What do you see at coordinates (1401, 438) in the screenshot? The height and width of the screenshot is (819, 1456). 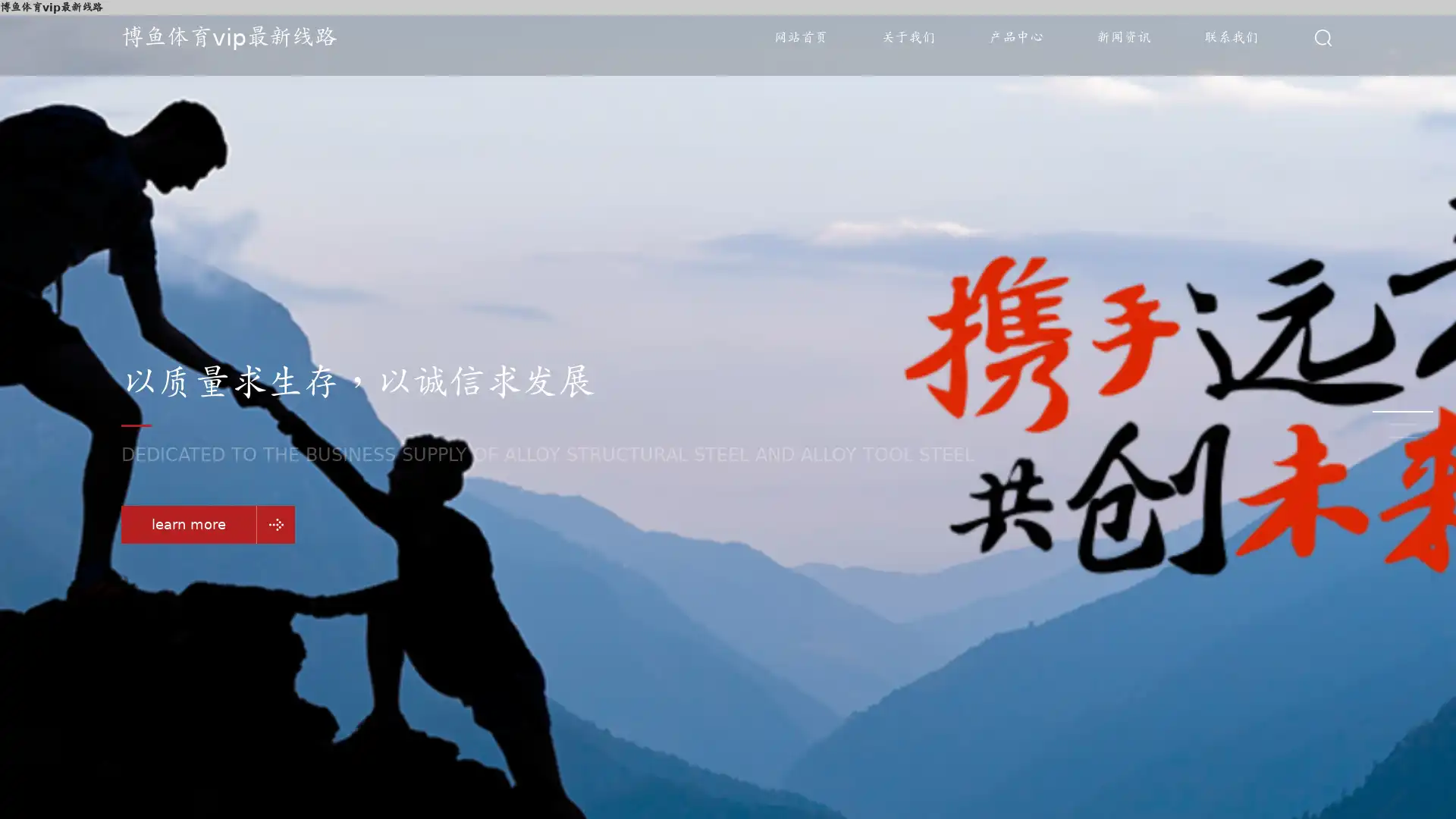 I see `Go to slide 3` at bounding box center [1401, 438].